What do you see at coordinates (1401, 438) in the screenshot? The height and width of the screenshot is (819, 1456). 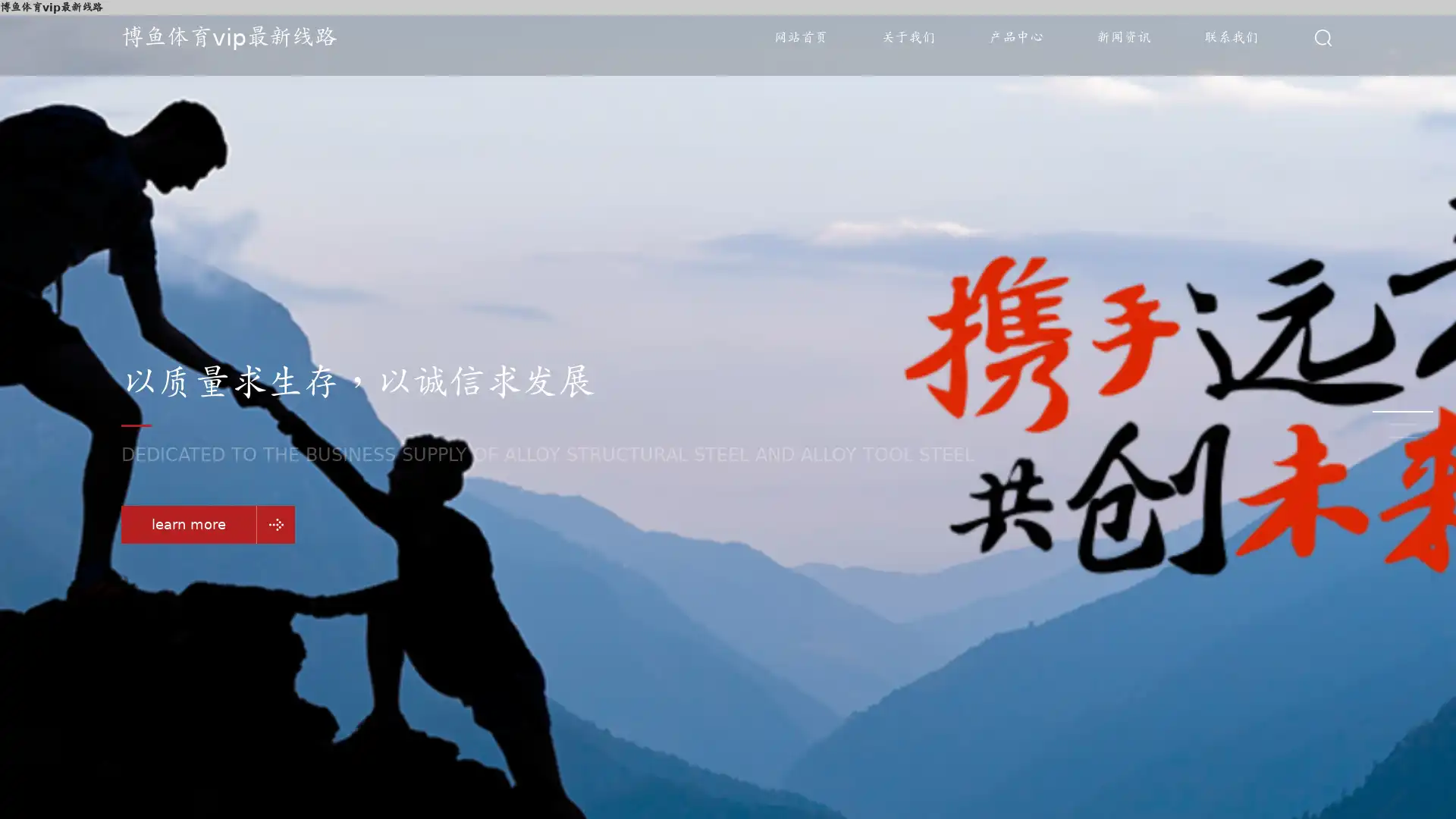 I see `Go to slide 3` at bounding box center [1401, 438].